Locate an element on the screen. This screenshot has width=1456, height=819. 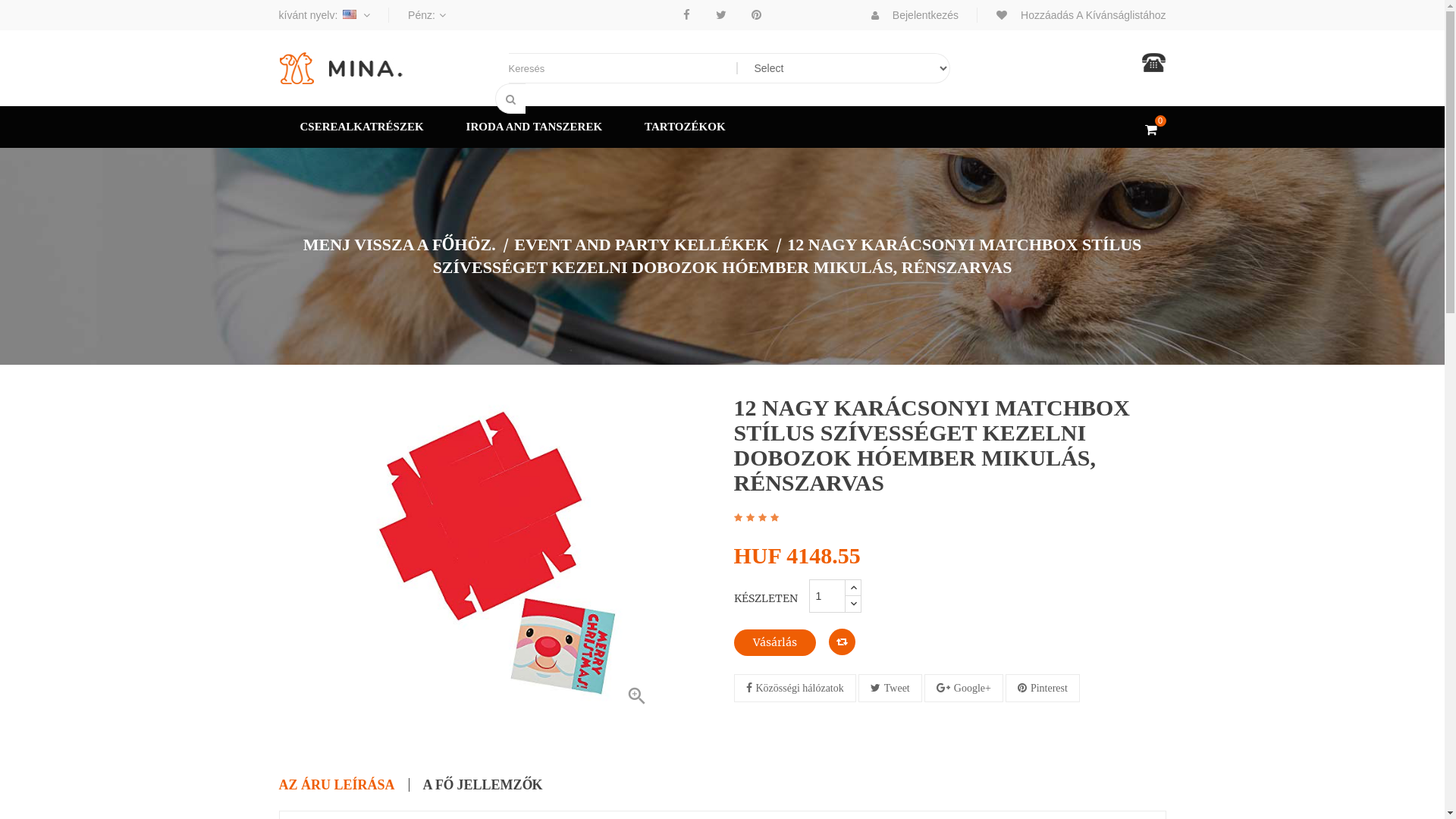
'Google+' is located at coordinates (963, 688).